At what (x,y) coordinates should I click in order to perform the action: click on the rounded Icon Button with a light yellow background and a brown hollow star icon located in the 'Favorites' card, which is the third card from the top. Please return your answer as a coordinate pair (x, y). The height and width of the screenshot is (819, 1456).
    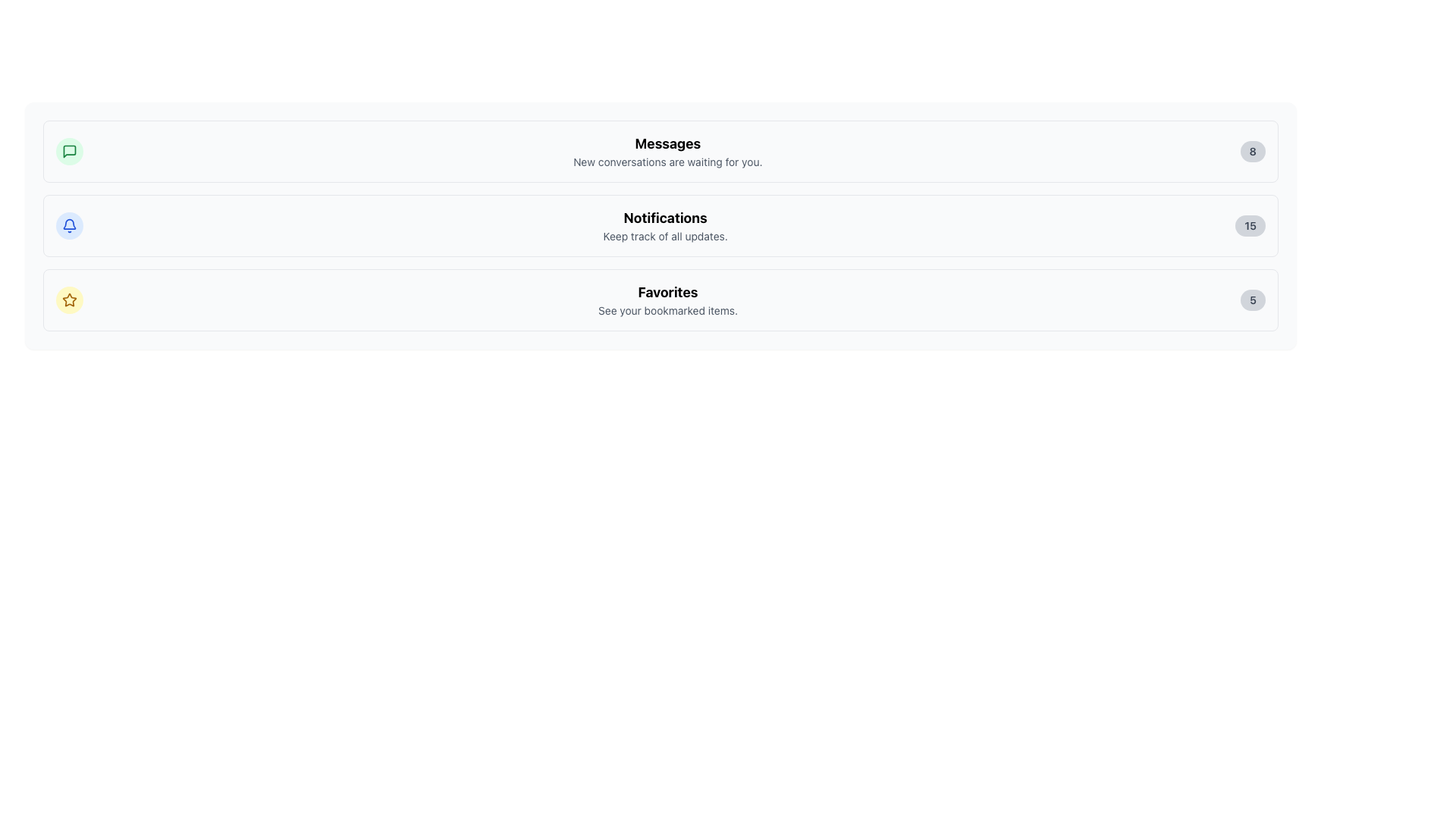
    Looking at the image, I should click on (68, 300).